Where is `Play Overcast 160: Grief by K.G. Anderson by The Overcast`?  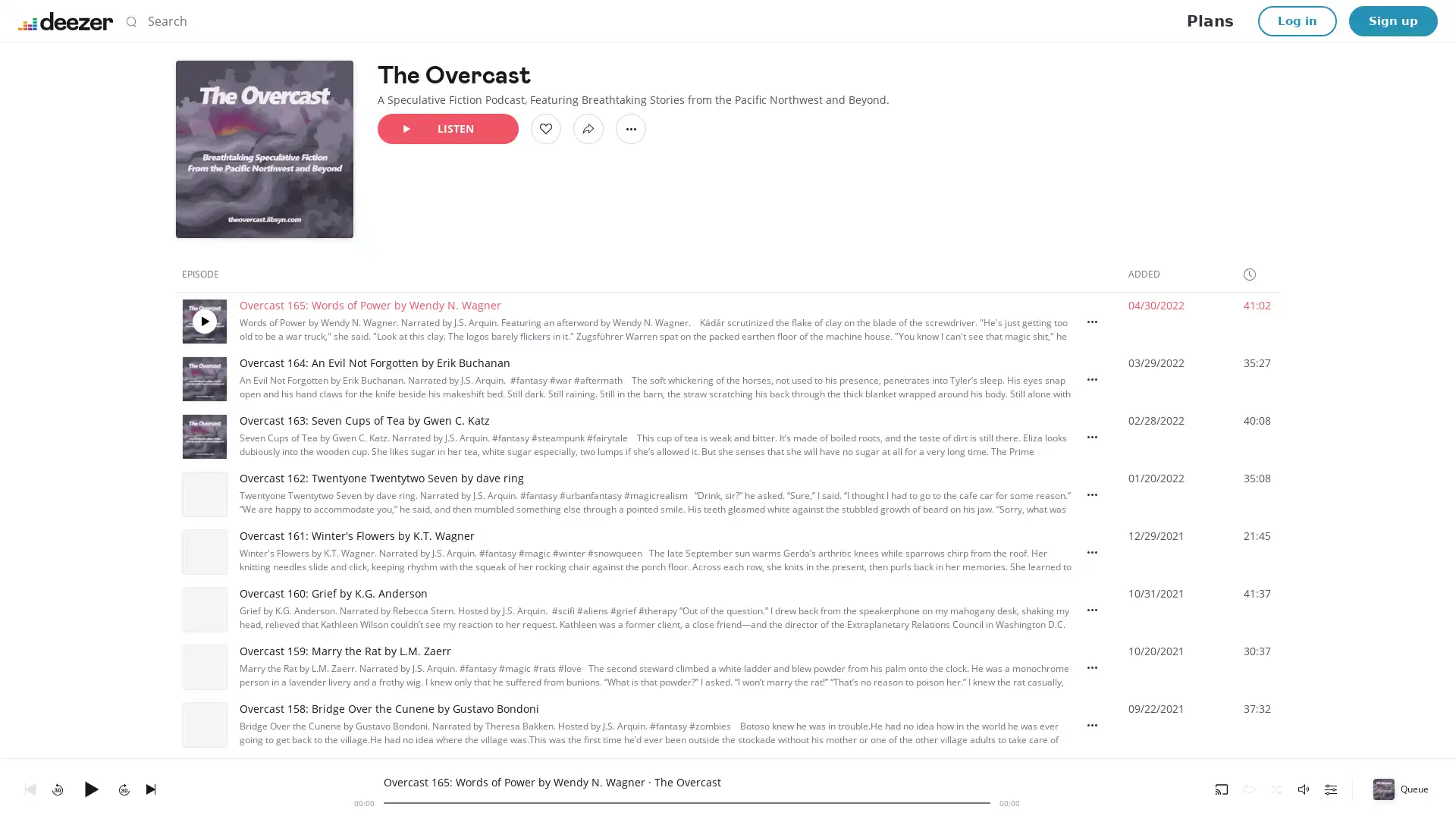 Play Overcast 160: Grief by K.G. Anderson by The Overcast is located at coordinates (203, 608).